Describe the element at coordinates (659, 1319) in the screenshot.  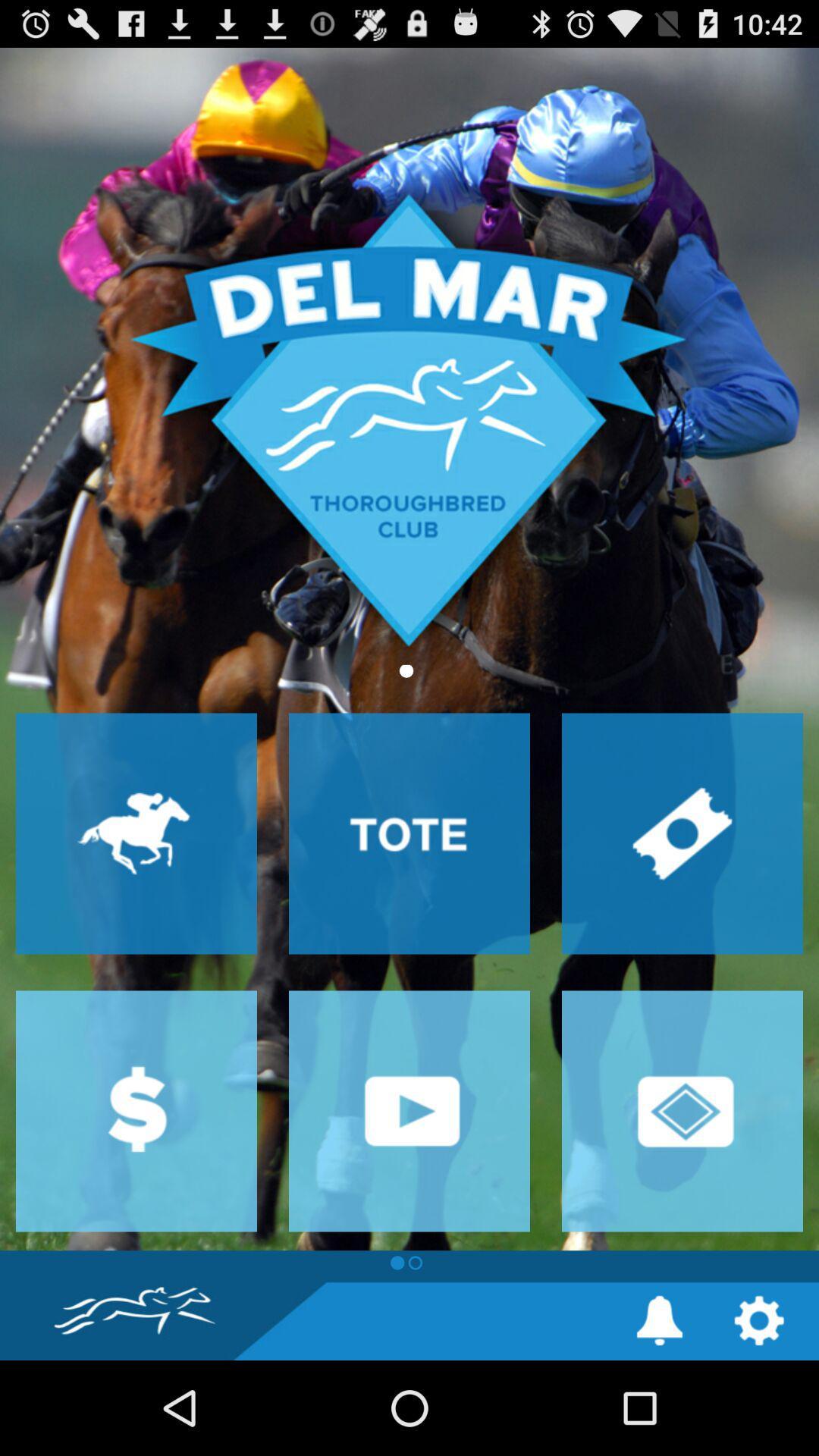
I see `notifications alert` at that location.